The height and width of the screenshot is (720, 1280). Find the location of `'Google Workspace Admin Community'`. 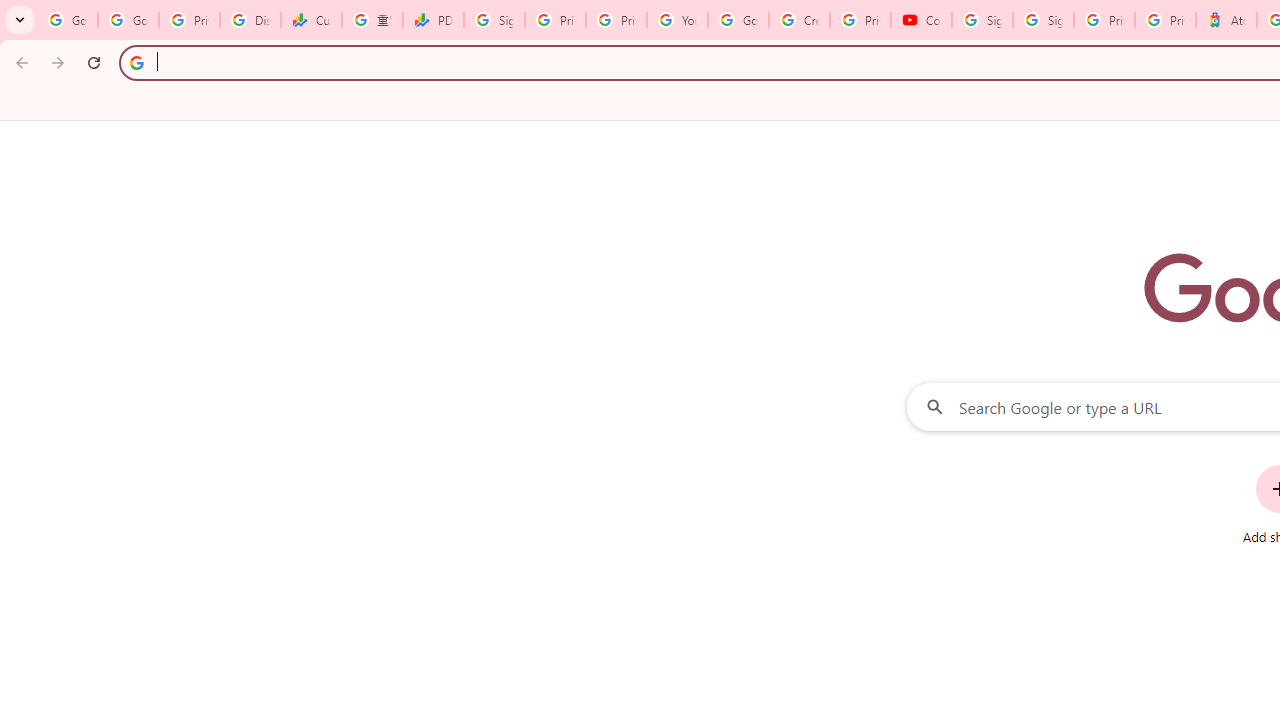

'Google Workspace Admin Community' is located at coordinates (67, 20).